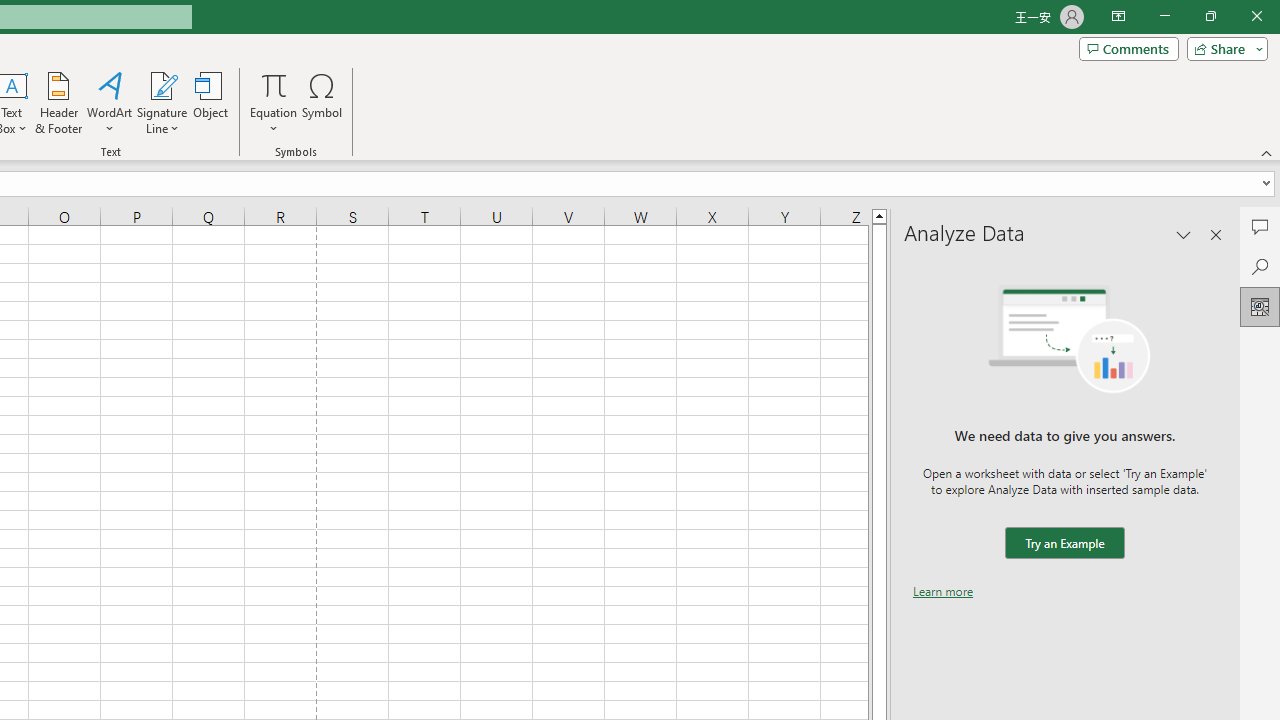  Describe the element at coordinates (1063, 543) in the screenshot. I see `'We need data to give you answers. Try an Example'` at that location.